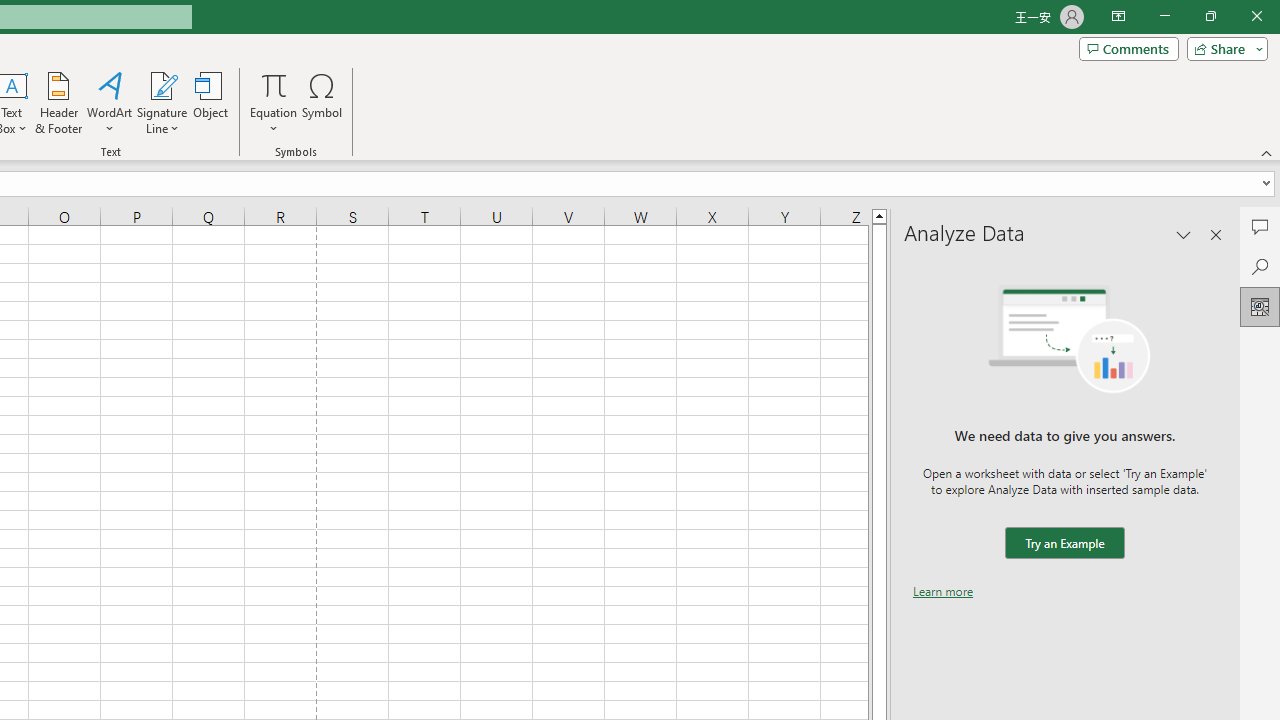  Describe the element at coordinates (1063, 543) in the screenshot. I see `'We need data to give you answers. Try an Example'` at that location.